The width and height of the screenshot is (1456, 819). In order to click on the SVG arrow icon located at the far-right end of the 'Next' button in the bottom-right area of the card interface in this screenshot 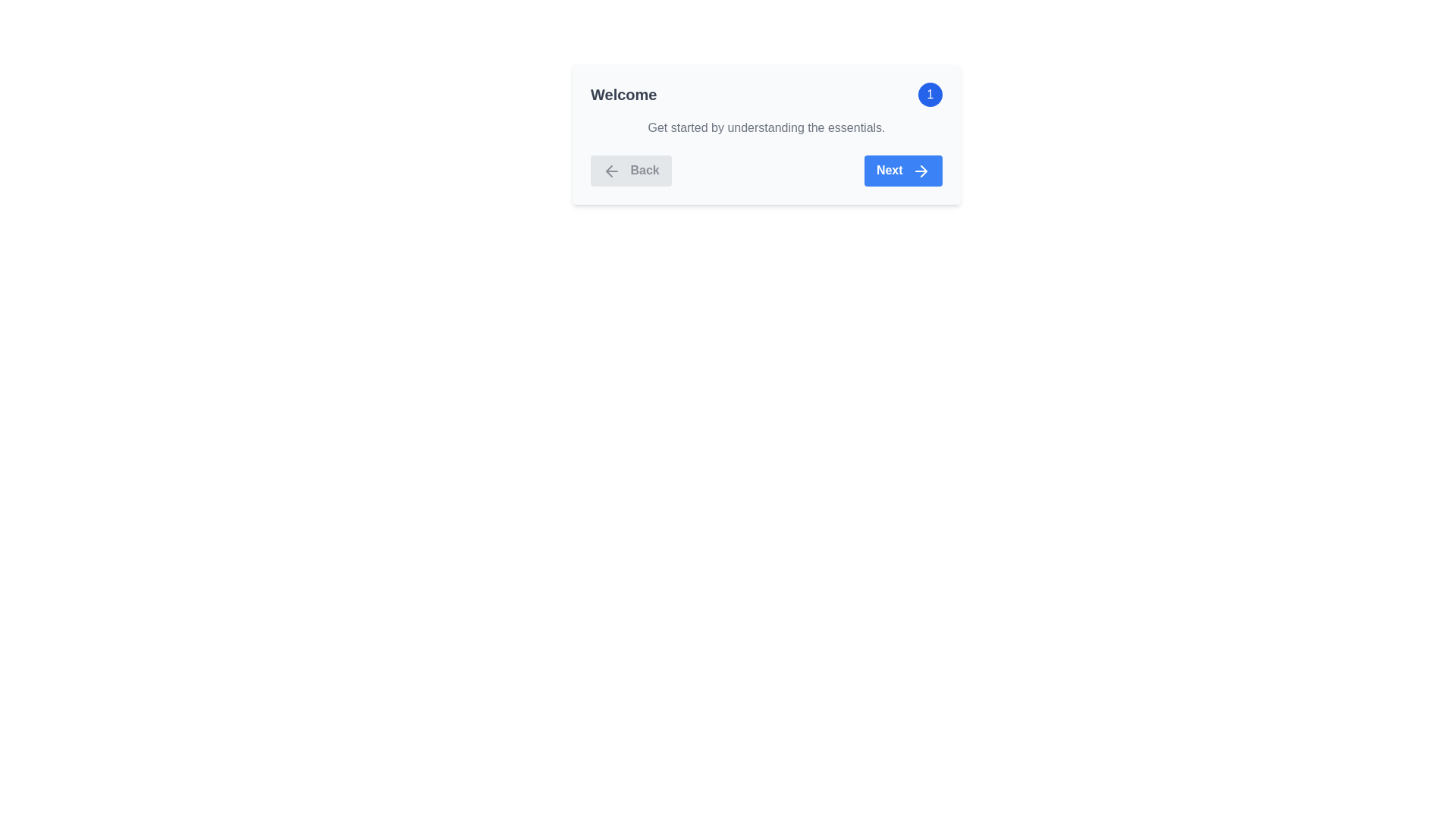, I will do `click(920, 170)`.